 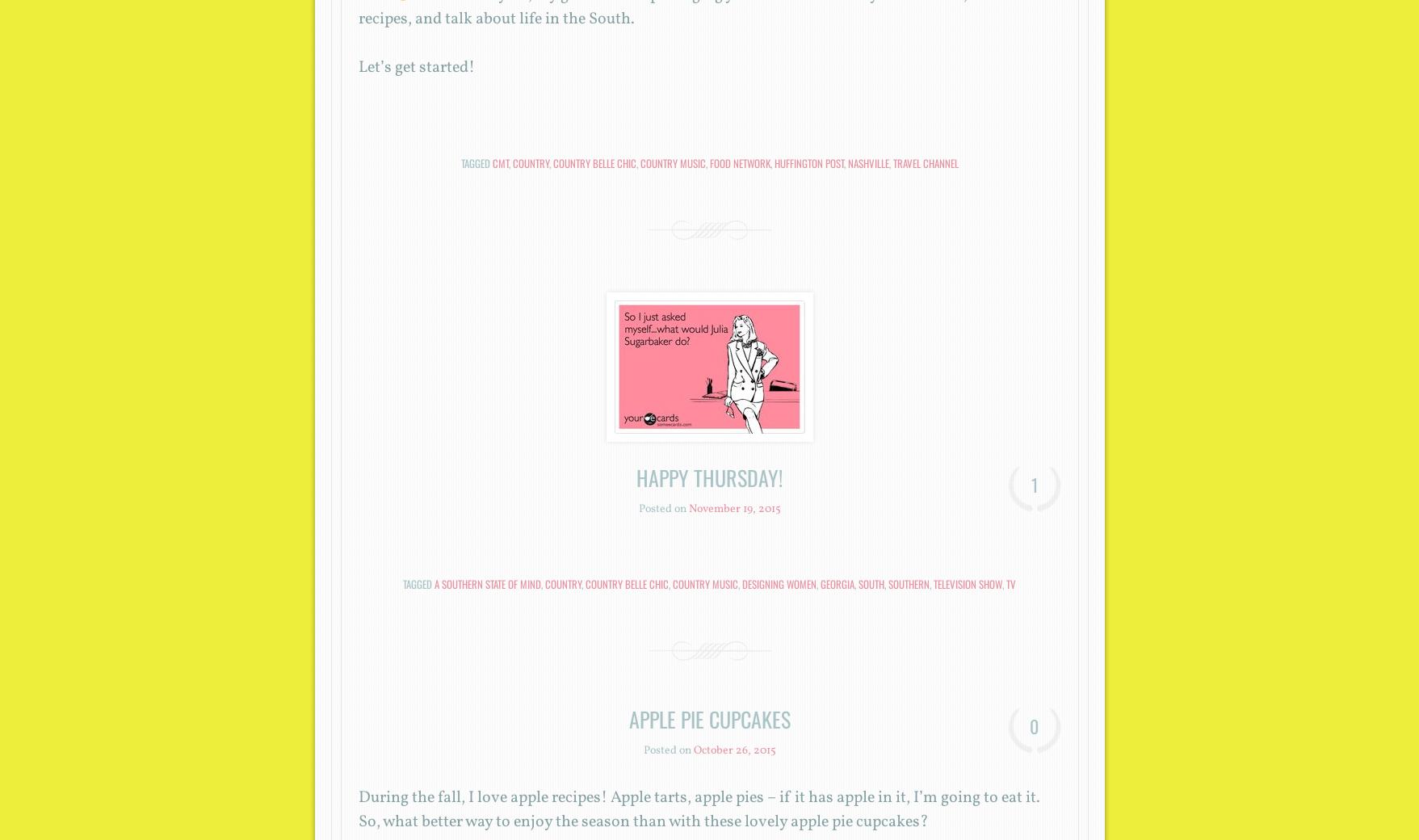 What do you see at coordinates (1034, 724) in the screenshot?
I see `'0'` at bounding box center [1034, 724].